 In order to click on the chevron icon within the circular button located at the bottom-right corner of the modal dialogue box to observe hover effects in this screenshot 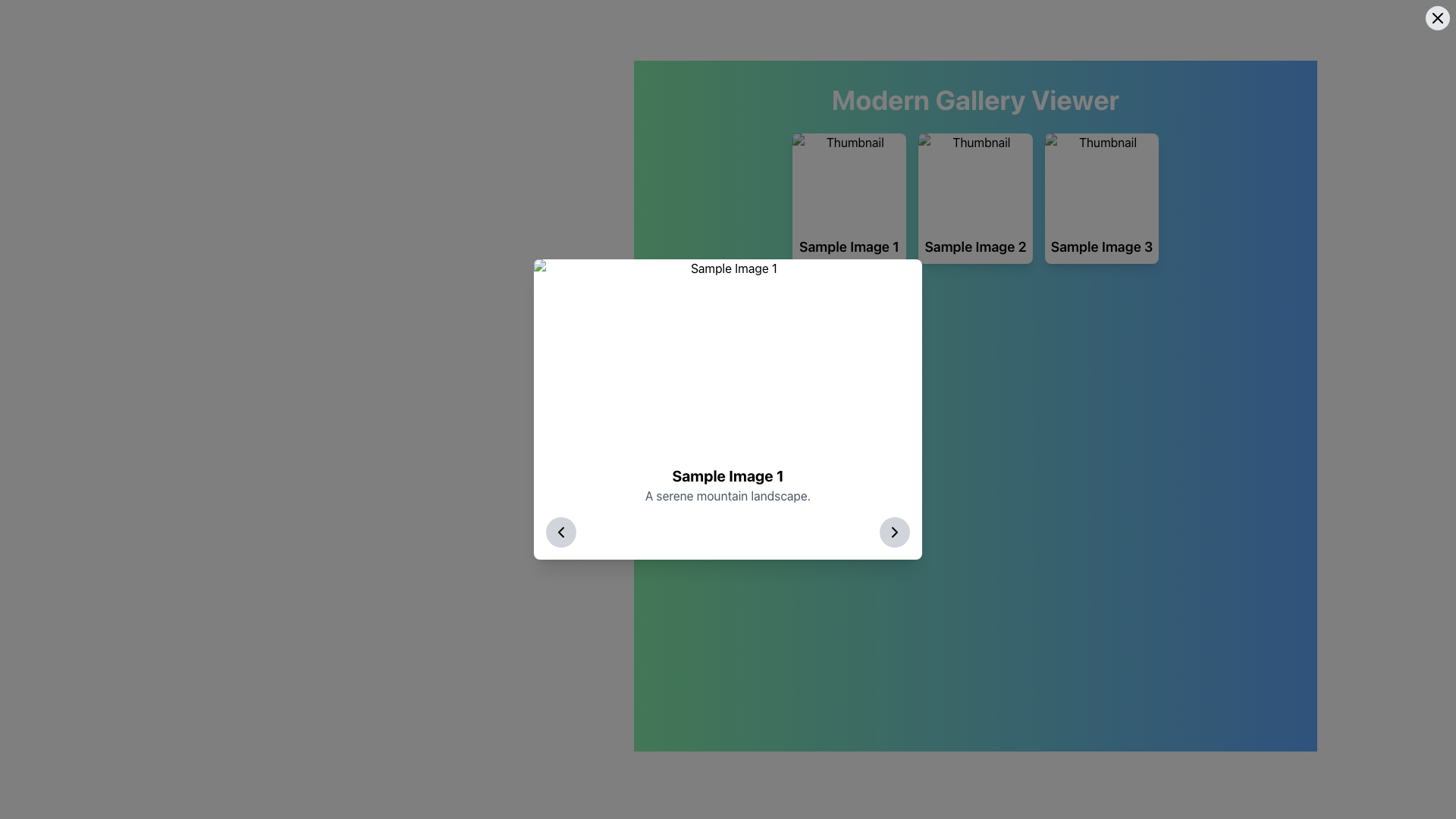, I will do `click(895, 532)`.